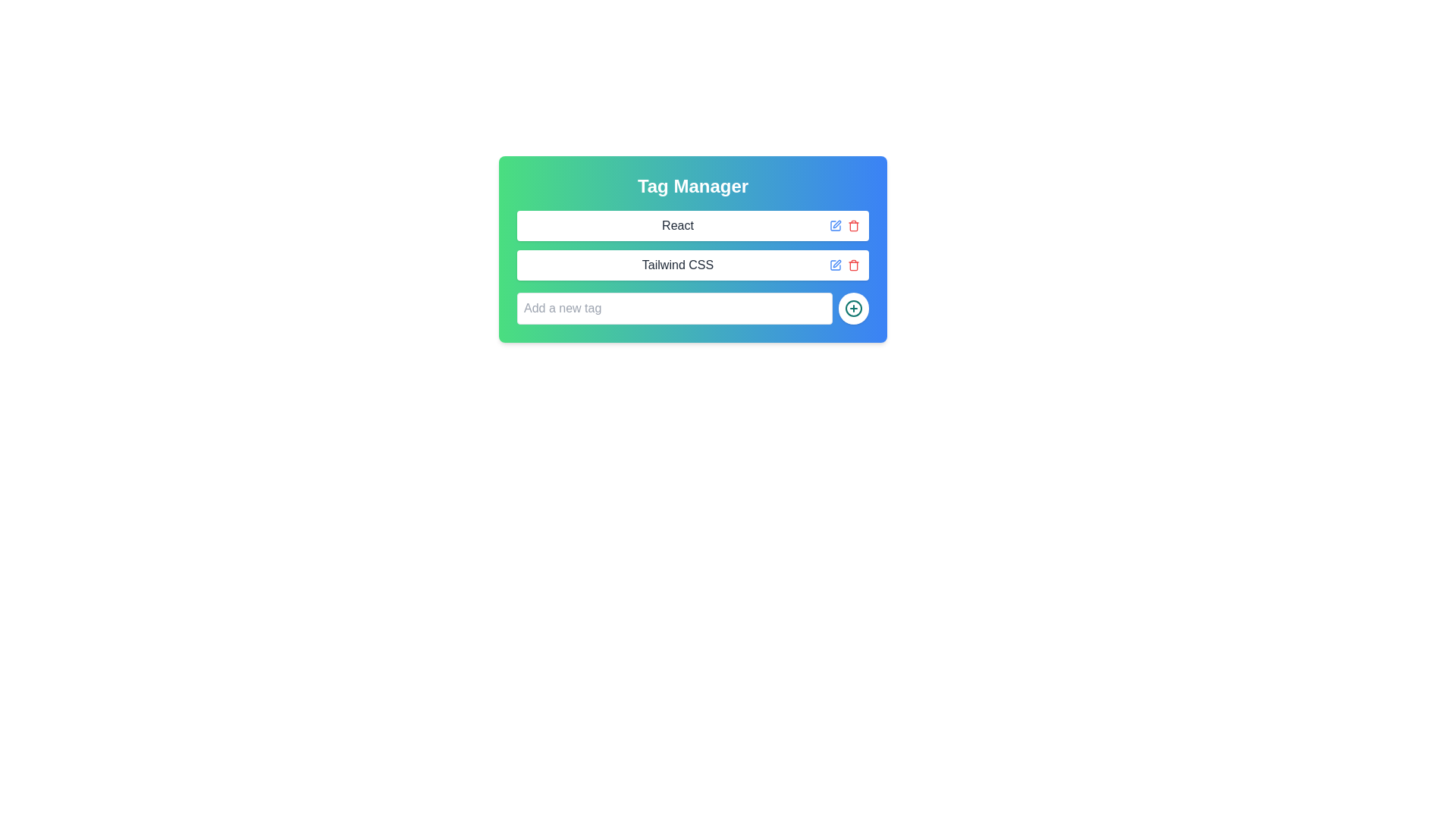 The width and height of the screenshot is (1456, 819). Describe the element at coordinates (835, 225) in the screenshot. I see `the pencil icon located to the immediate right of the 'React' label in the first row of the tag list` at that location.